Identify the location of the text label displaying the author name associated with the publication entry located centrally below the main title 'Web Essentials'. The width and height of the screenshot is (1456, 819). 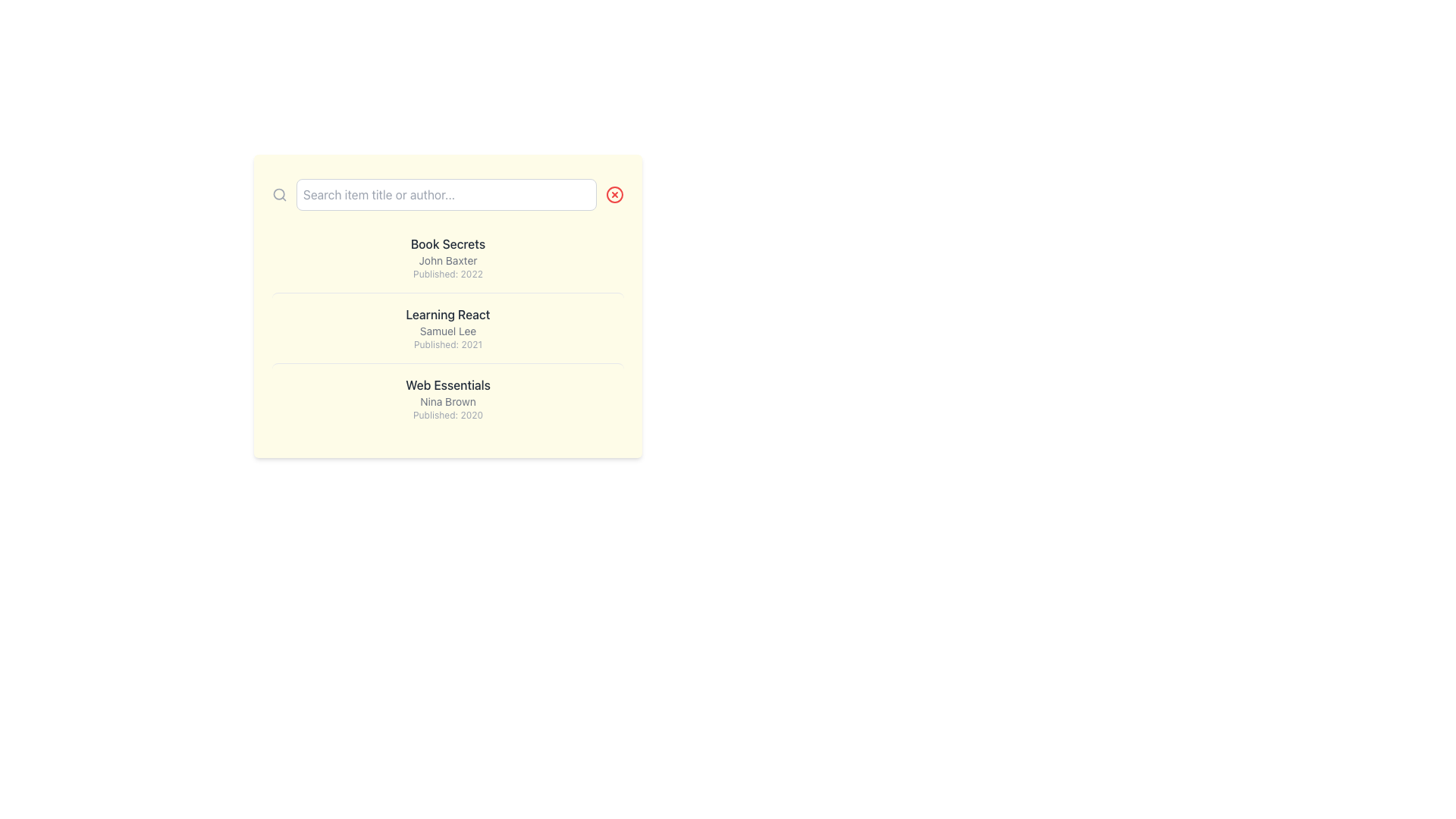
(447, 400).